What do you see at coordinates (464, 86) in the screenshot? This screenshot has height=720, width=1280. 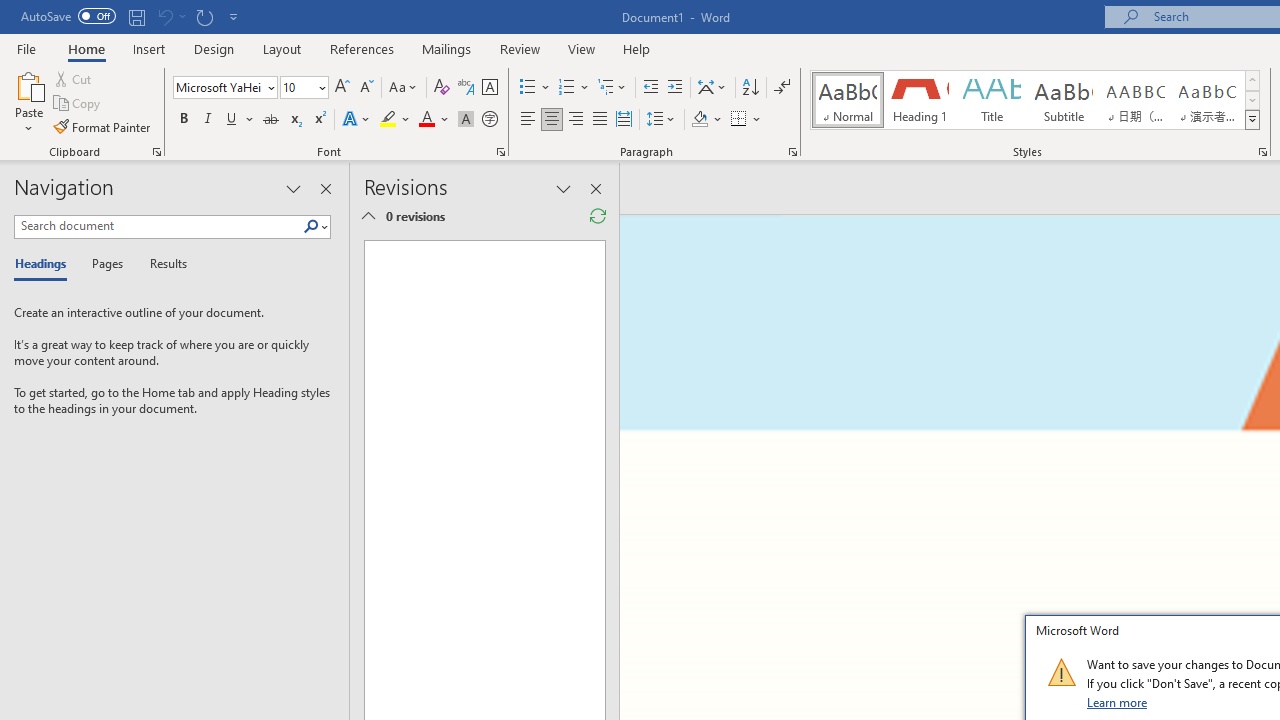 I see `'Phonetic Guide...'` at bounding box center [464, 86].